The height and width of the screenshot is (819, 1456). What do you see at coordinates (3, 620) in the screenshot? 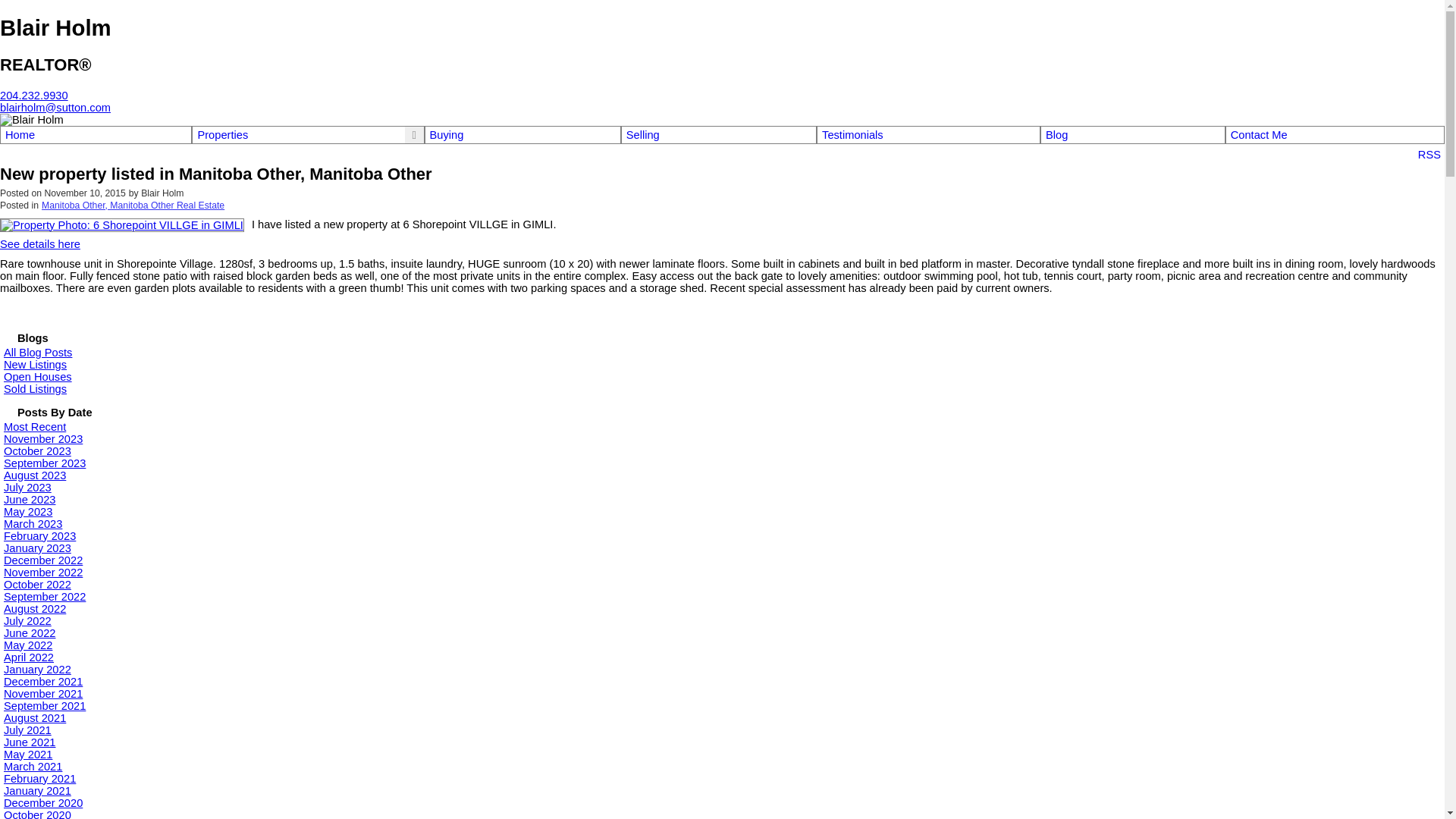
I see `'July 2022'` at bounding box center [3, 620].